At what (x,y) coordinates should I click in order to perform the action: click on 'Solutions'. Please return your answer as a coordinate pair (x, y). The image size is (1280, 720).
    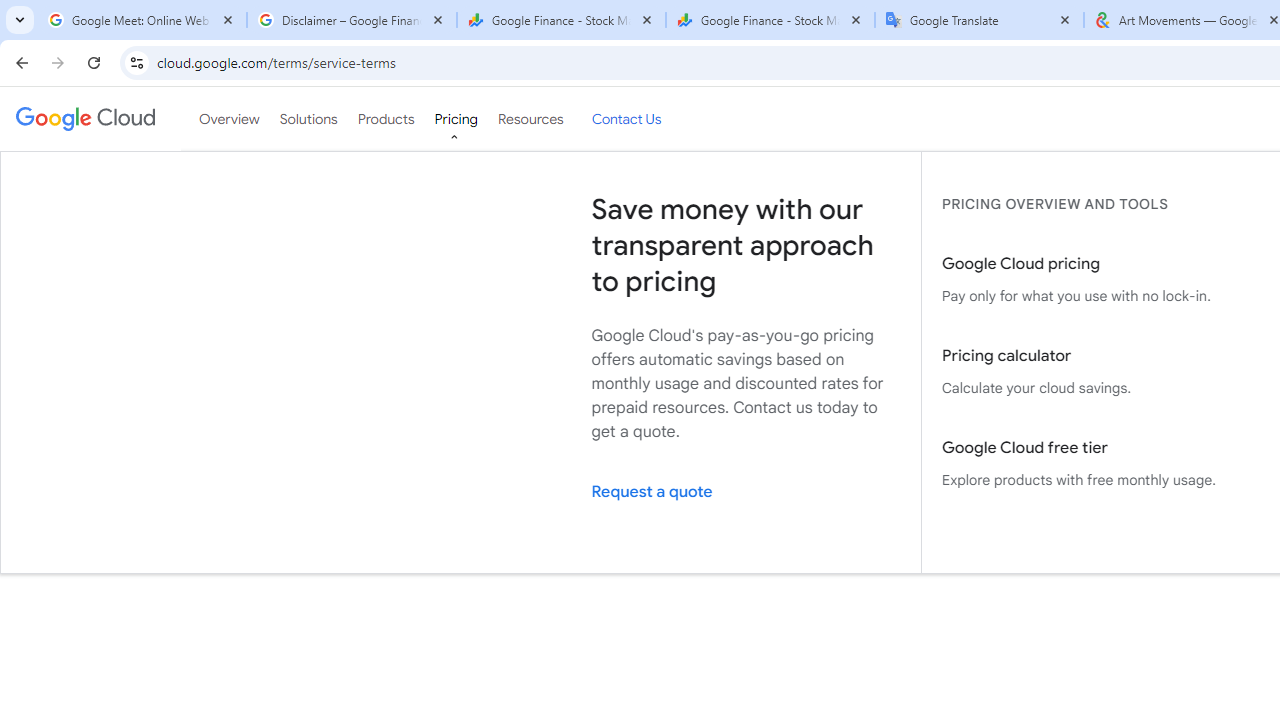
    Looking at the image, I should click on (307, 119).